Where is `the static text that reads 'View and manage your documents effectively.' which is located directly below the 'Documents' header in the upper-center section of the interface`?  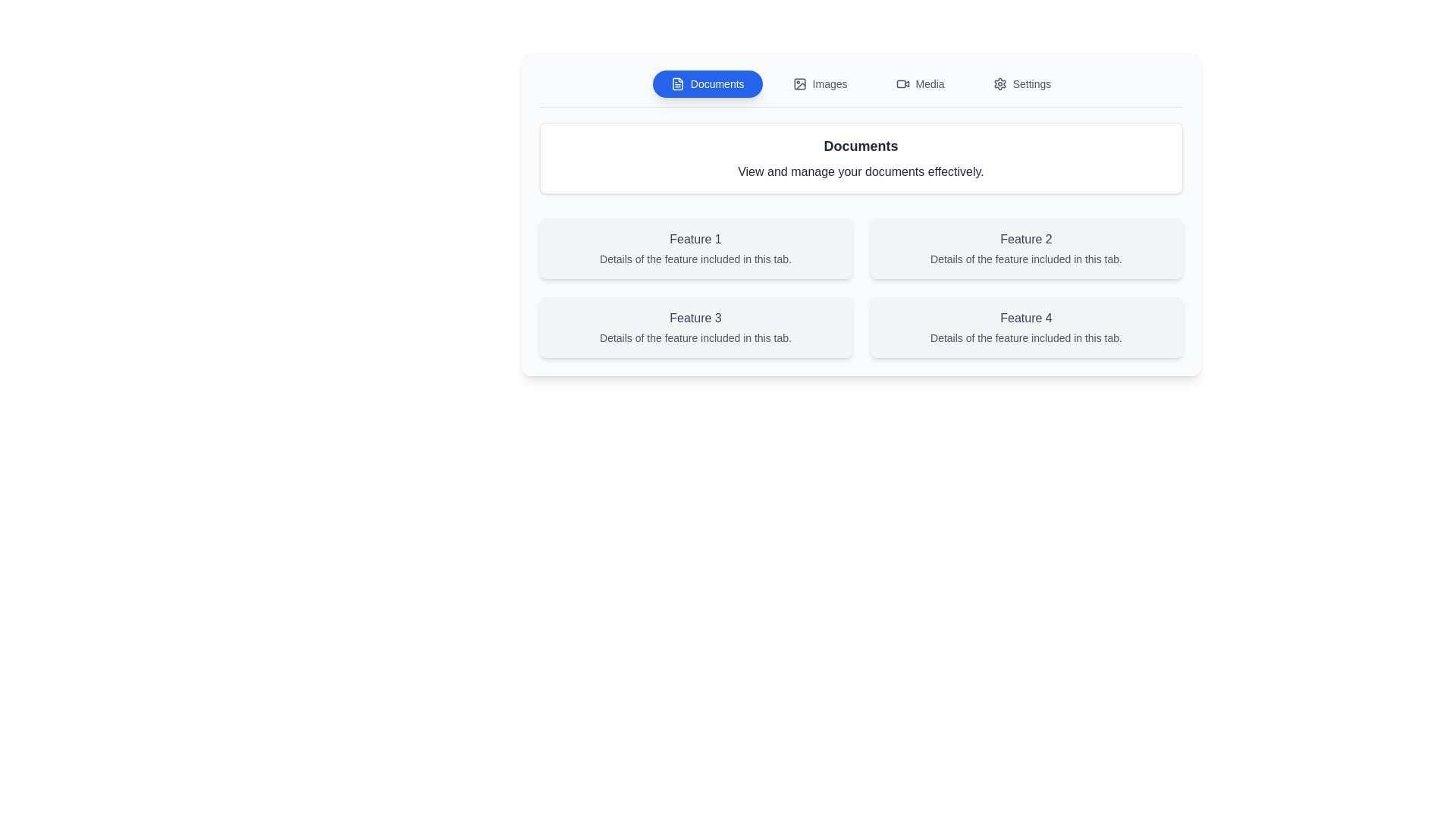 the static text that reads 'View and manage your documents effectively.' which is located directly below the 'Documents' header in the upper-center section of the interface is located at coordinates (861, 171).